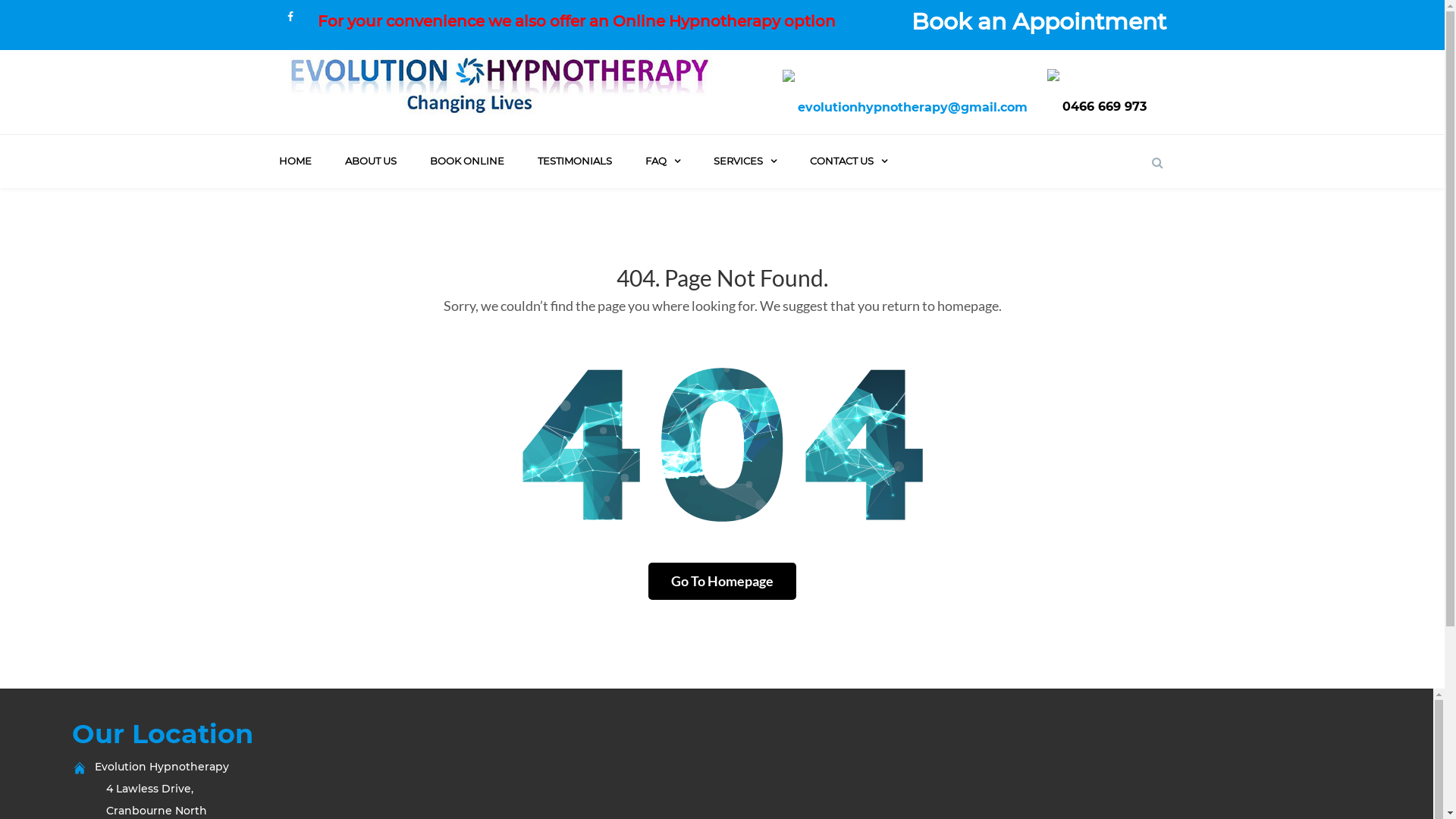 The image size is (1456, 819). Describe the element at coordinates (809, 161) in the screenshot. I see `'CONTACT US'` at that location.